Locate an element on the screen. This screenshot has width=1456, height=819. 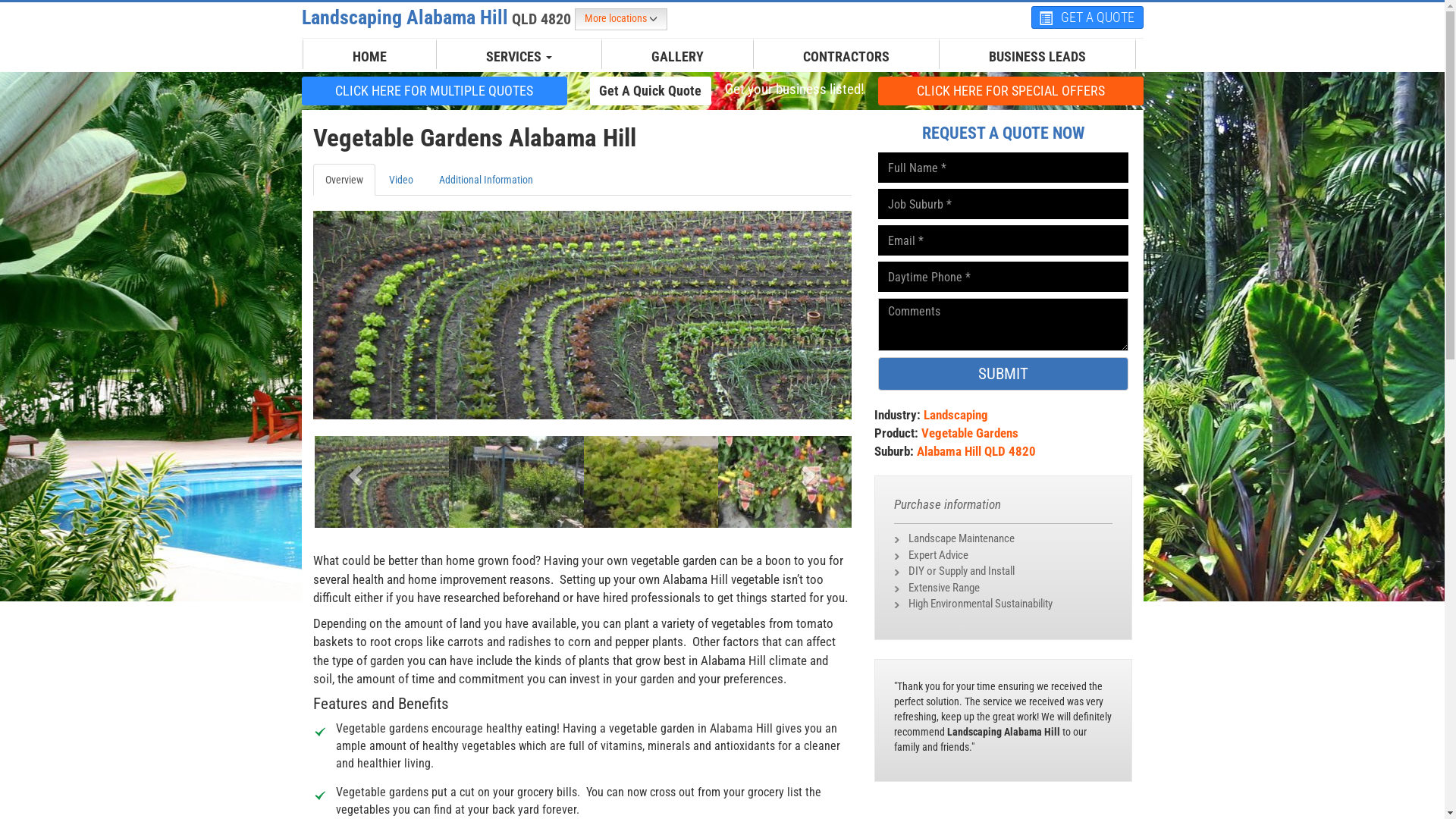
'More locations' is located at coordinates (621, 19).